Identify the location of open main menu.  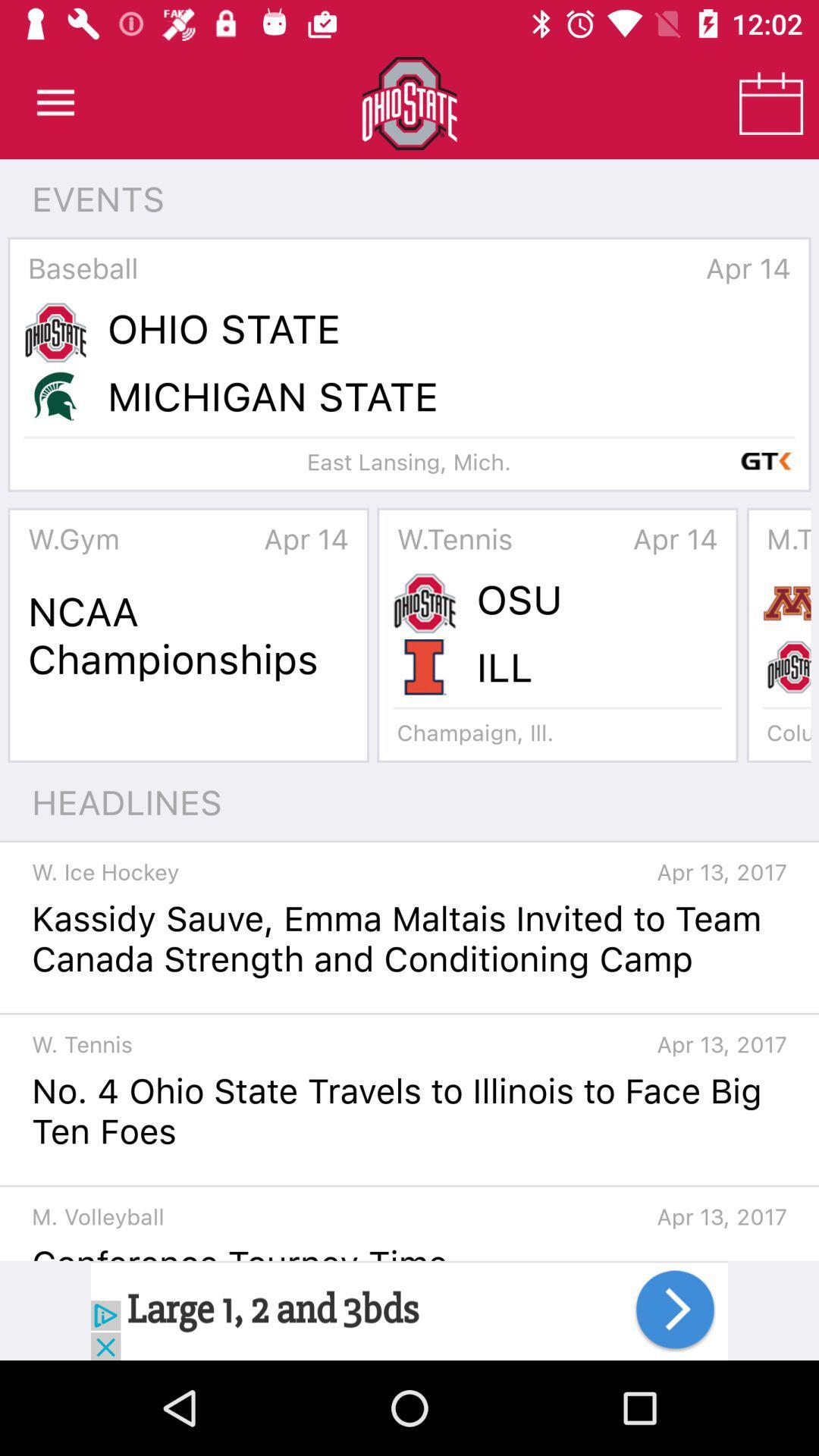
(55, 102).